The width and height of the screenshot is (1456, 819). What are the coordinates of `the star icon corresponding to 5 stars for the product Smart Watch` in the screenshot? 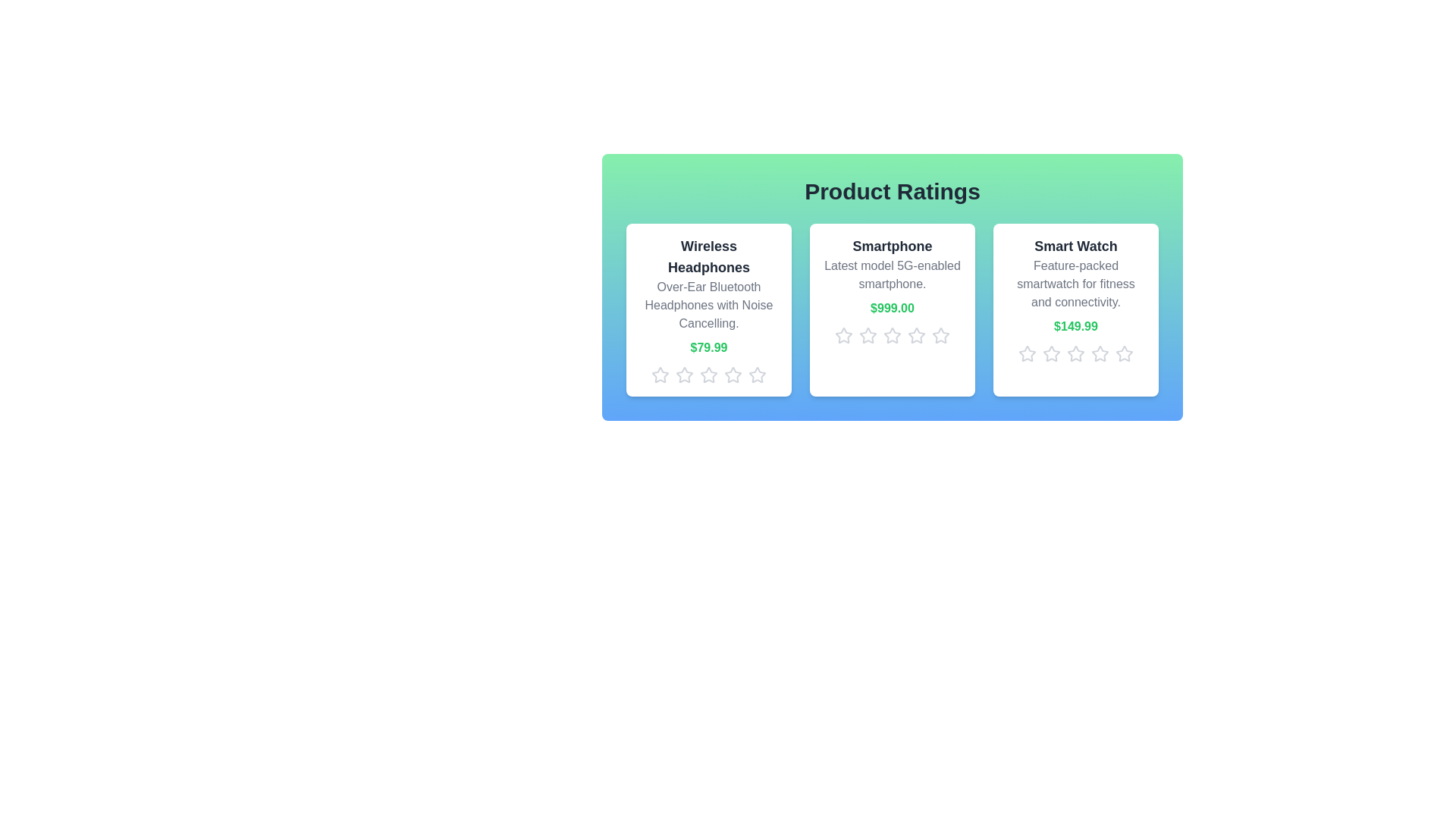 It's located at (1125, 353).